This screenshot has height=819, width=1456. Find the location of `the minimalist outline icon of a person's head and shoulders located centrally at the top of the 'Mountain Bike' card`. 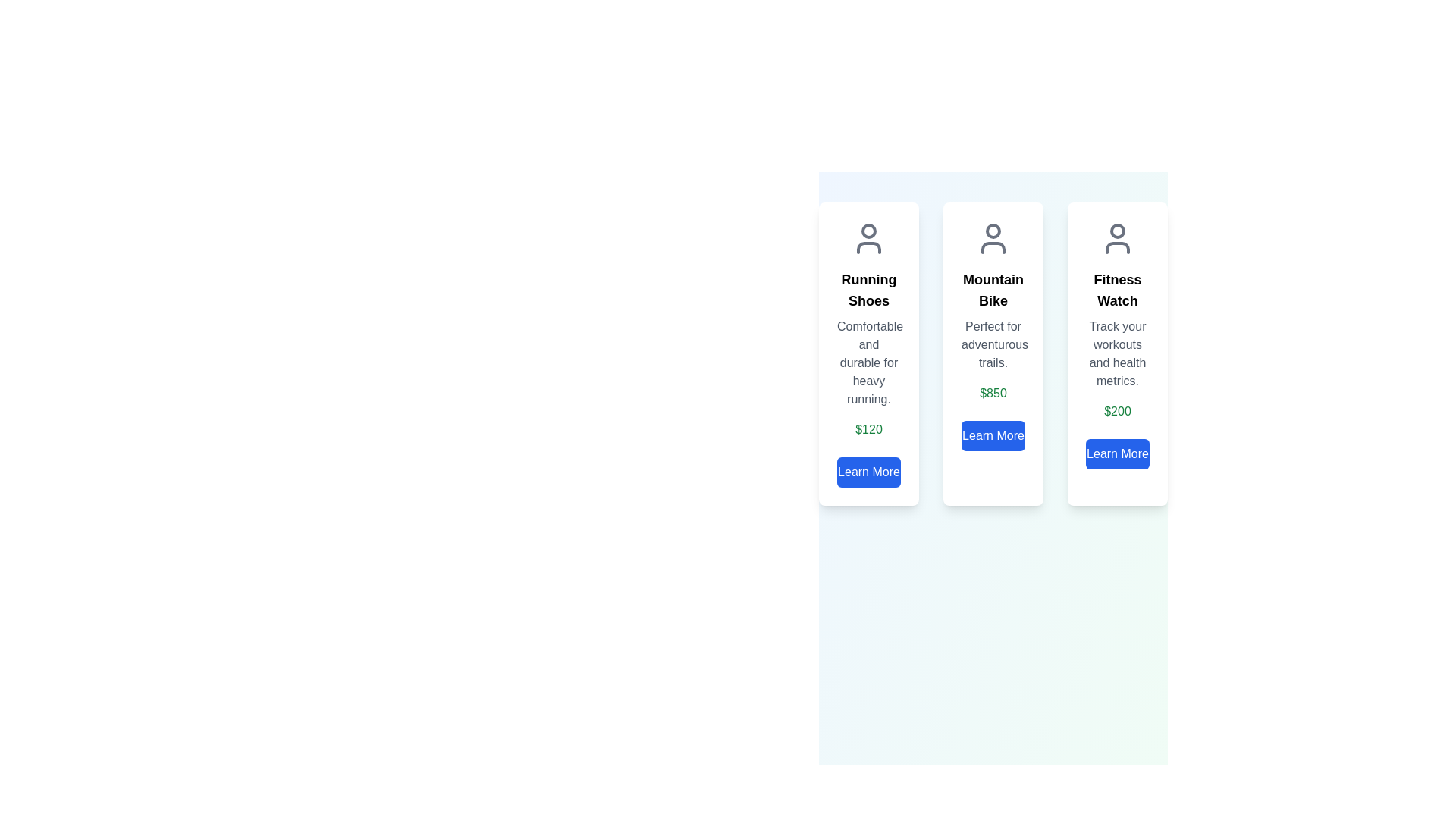

the minimalist outline icon of a person's head and shoulders located centrally at the top of the 'Mountain Bike' card is located at coordinates (993, 239).